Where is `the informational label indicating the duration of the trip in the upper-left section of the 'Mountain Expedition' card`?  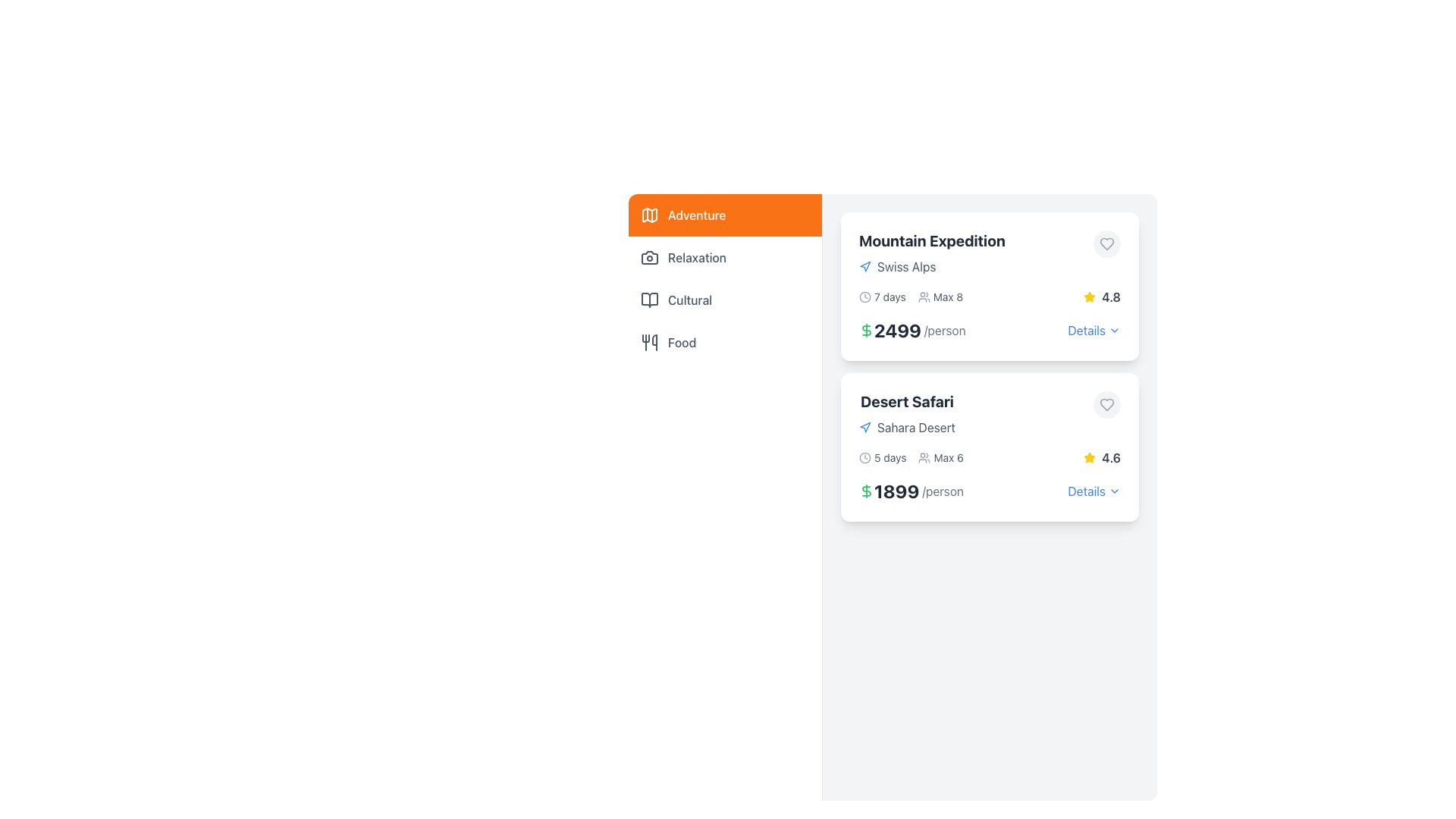 the informational label indicating the duration of the trip in the upper-left section of the 'Mountain Expedition' card is located at coordinates (882, 297).